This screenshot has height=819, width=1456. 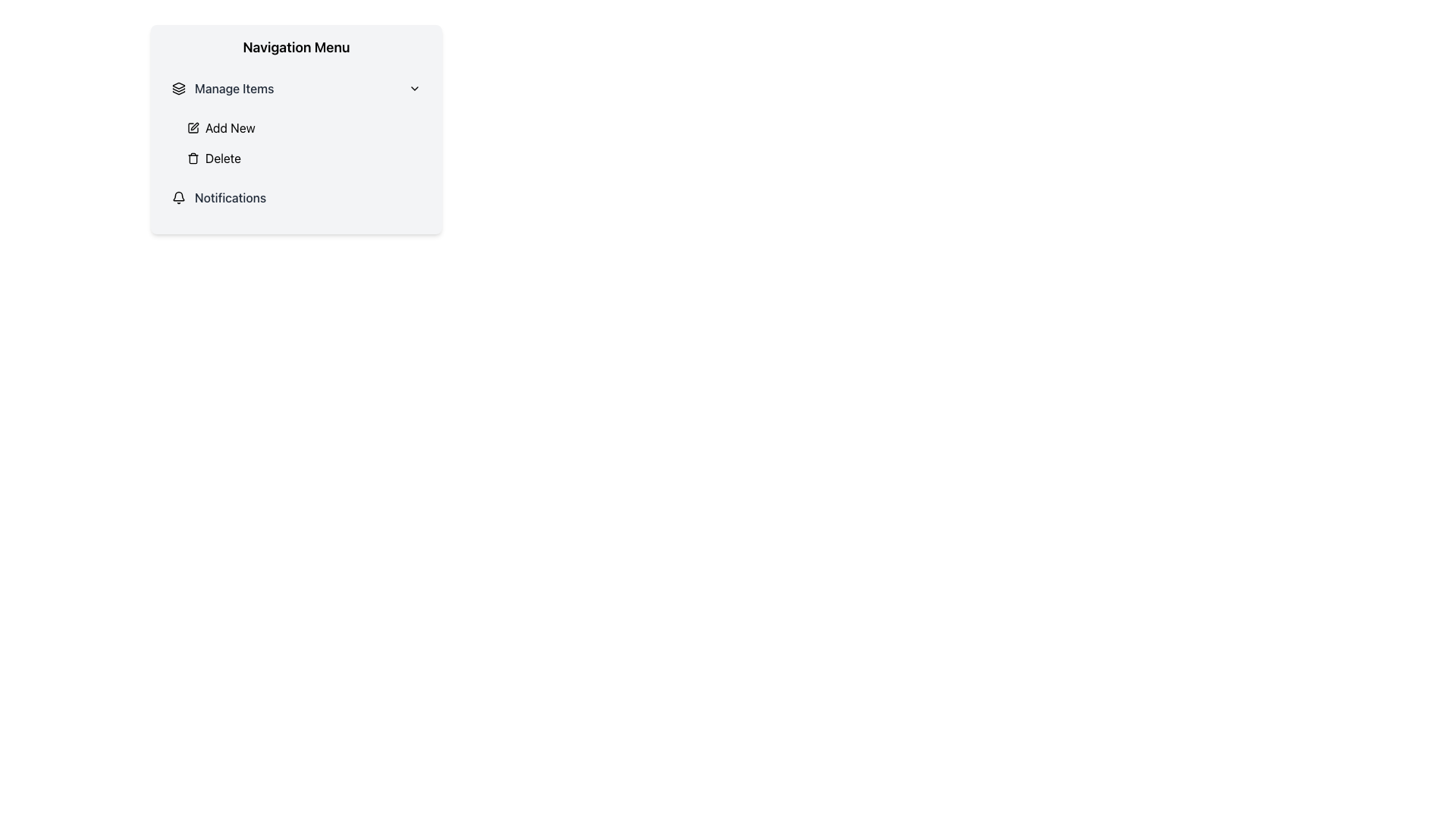 I want to click on the black icon consisting of three overlapping layers located to the left of the 'Manage Items' text, so click(x=178, y=88).